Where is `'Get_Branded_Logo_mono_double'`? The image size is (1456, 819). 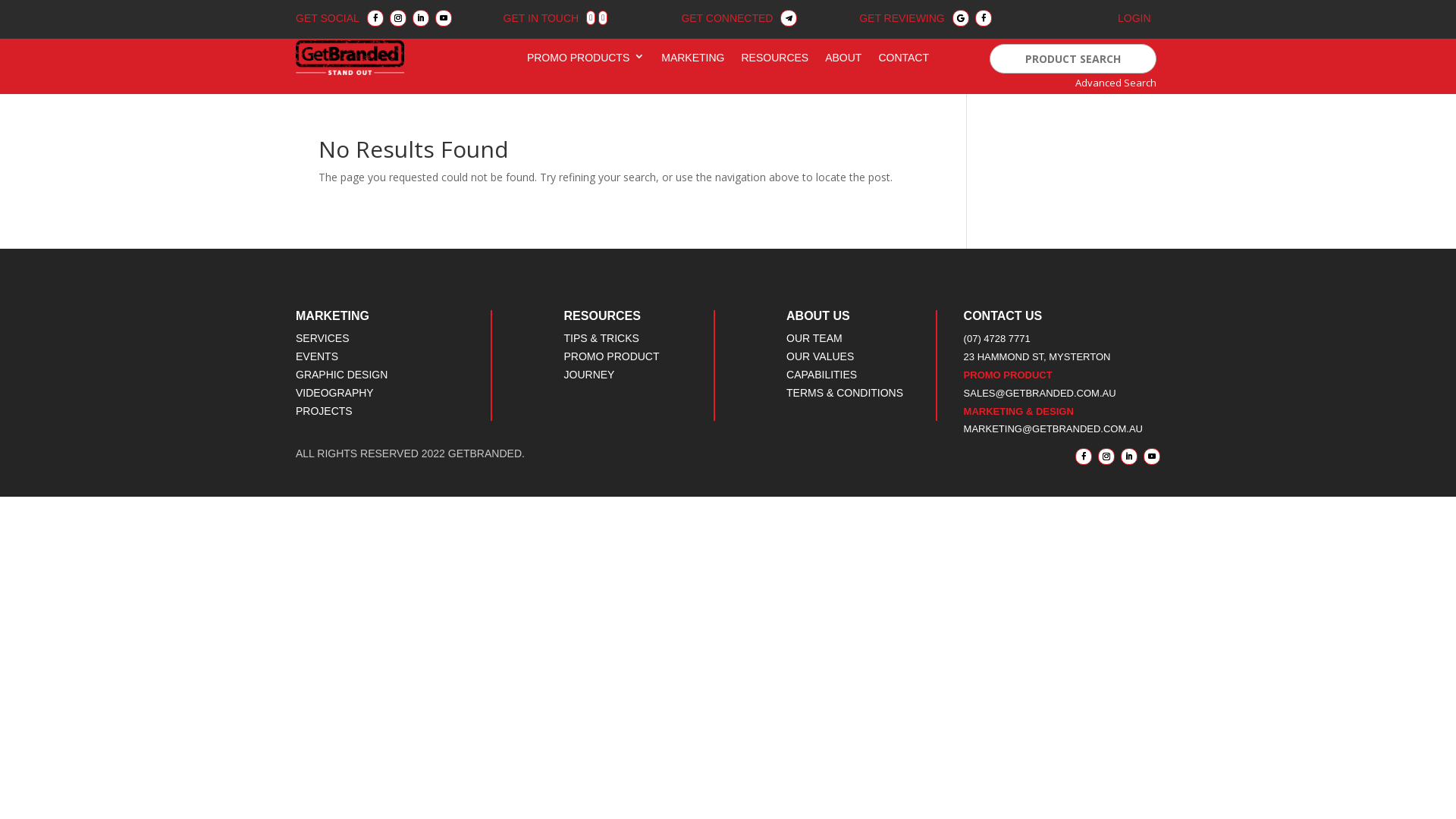
'Get_Branded_Logo_mono_double' is located at coordinates (349, 57).